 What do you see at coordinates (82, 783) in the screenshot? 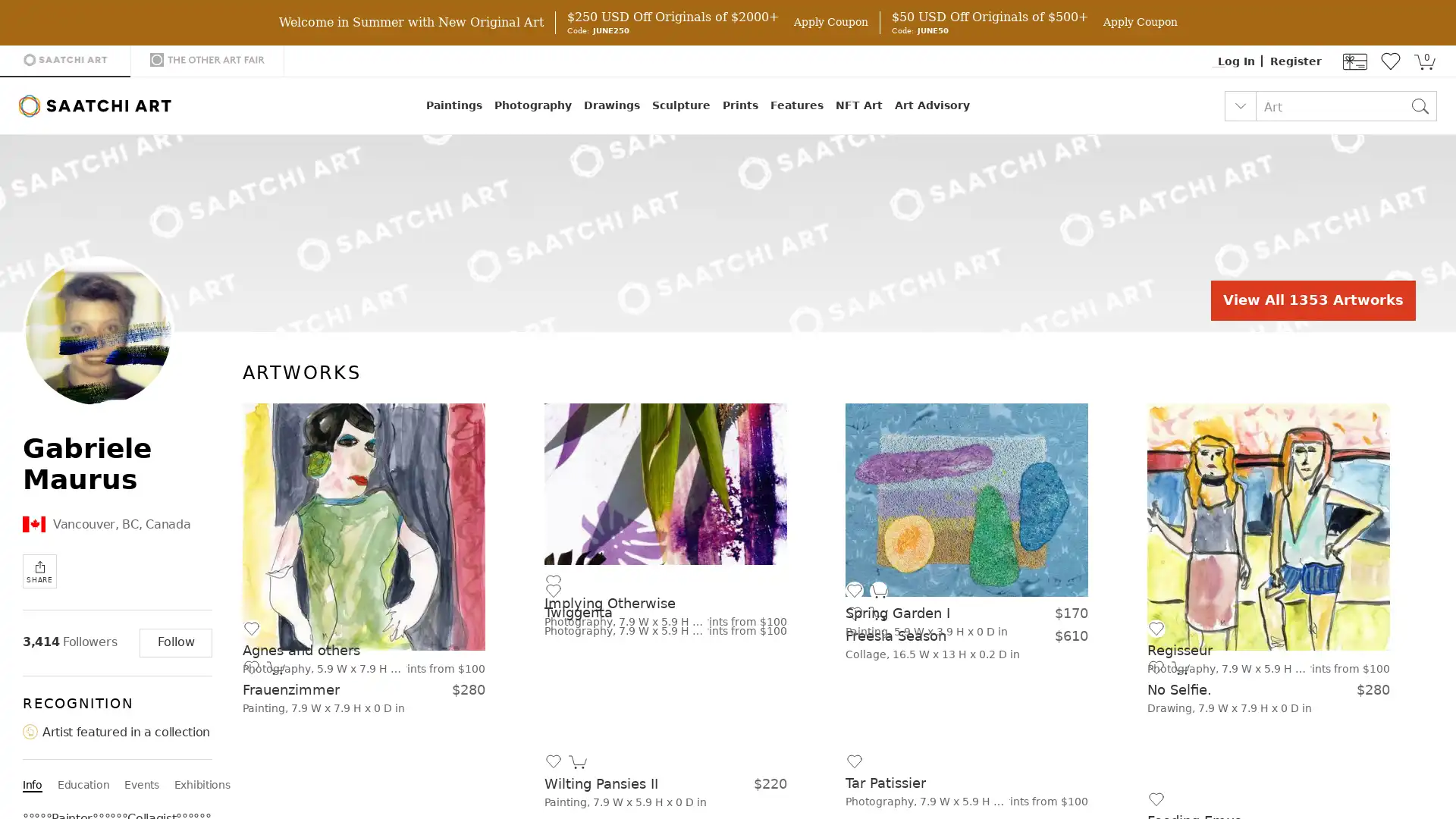
I see `Education` at bounding box center [82, 783].